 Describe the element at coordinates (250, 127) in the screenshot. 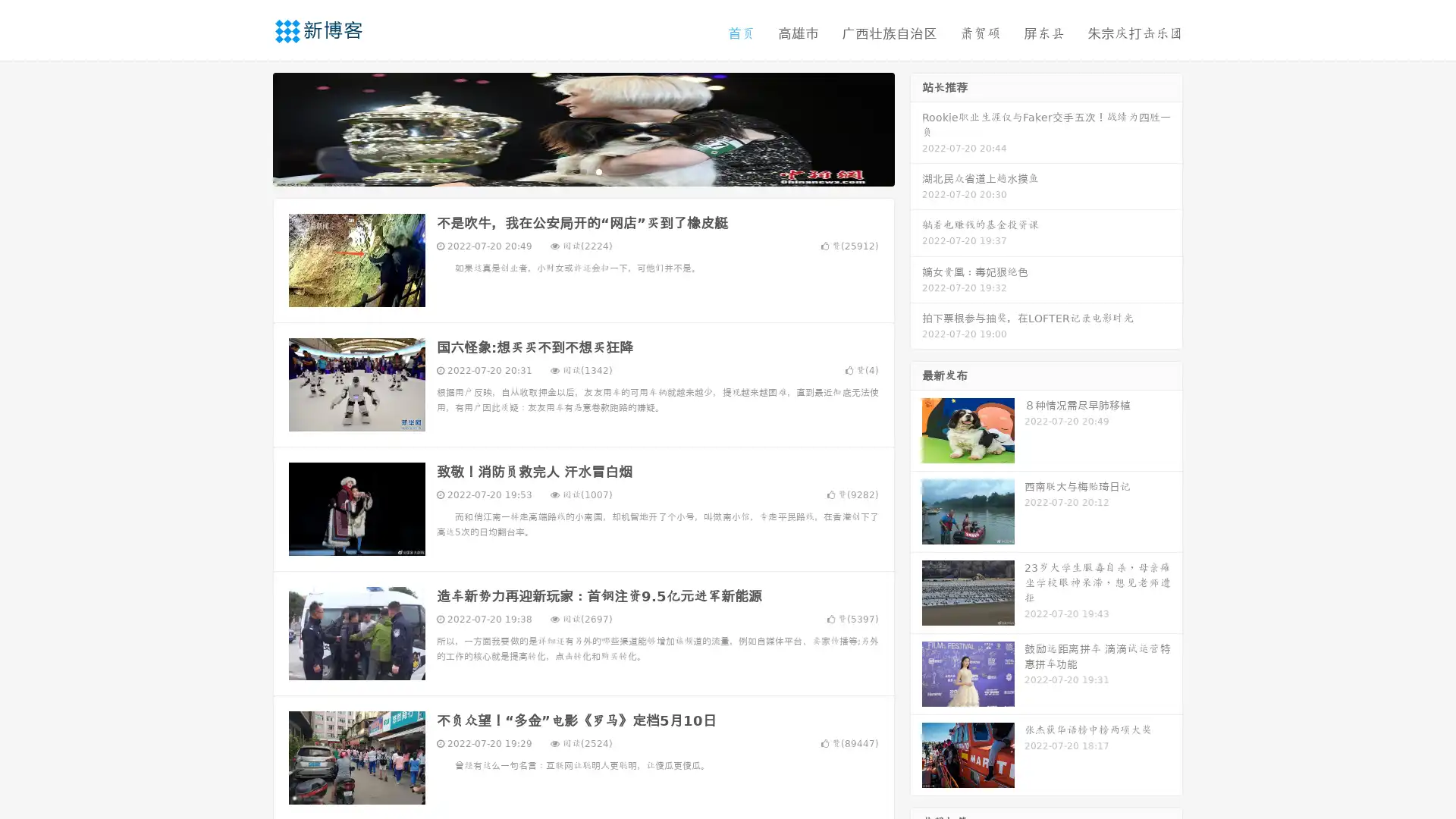

I see `Previous slide` at that location.